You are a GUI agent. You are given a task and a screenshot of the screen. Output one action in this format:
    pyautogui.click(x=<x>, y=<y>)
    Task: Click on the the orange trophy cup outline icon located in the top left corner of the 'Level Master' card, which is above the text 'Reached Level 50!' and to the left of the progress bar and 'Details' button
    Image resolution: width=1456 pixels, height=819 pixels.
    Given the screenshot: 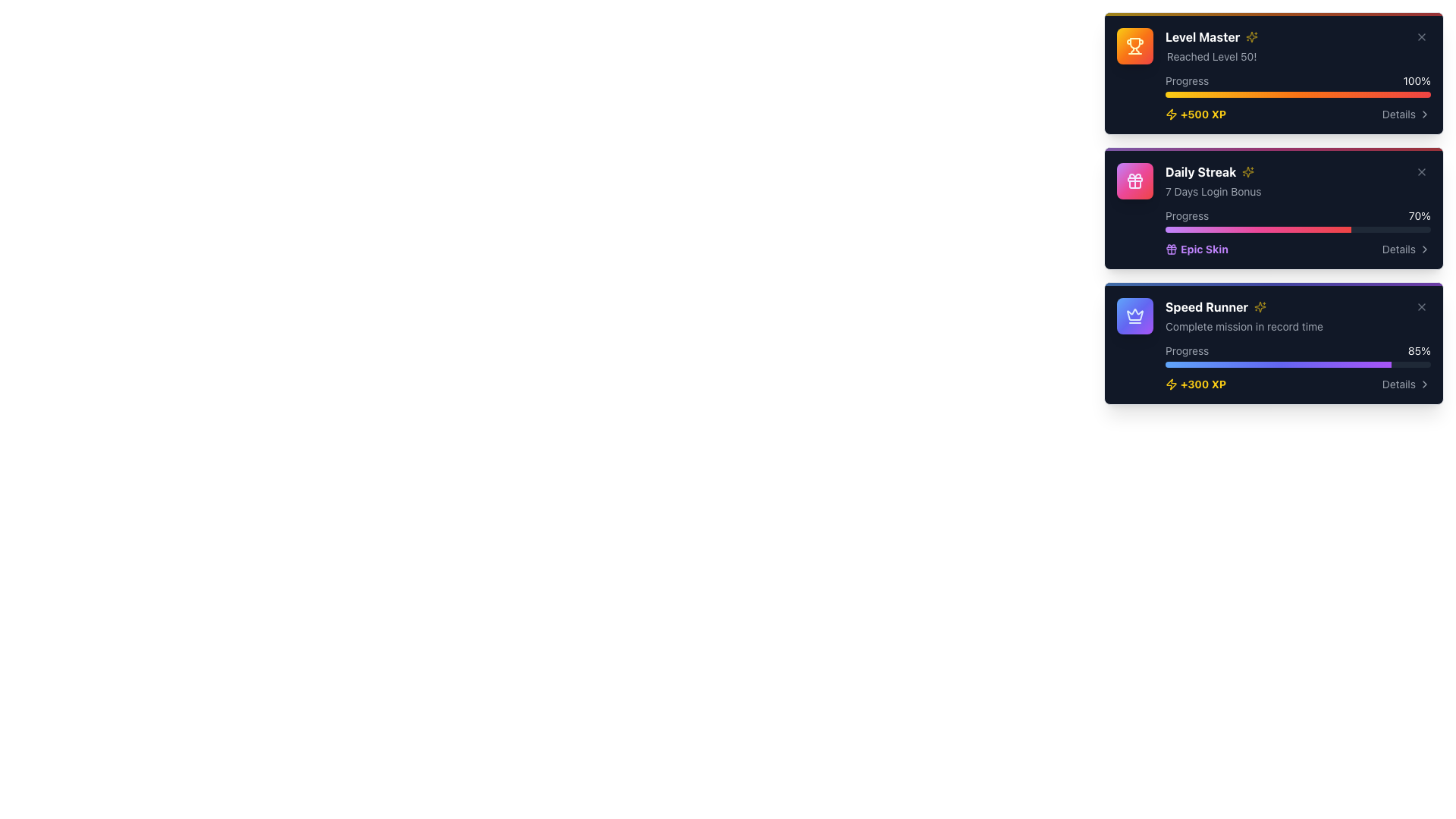 What is the action you would take?
    pyautogui.click(x=1135, y=42)
    